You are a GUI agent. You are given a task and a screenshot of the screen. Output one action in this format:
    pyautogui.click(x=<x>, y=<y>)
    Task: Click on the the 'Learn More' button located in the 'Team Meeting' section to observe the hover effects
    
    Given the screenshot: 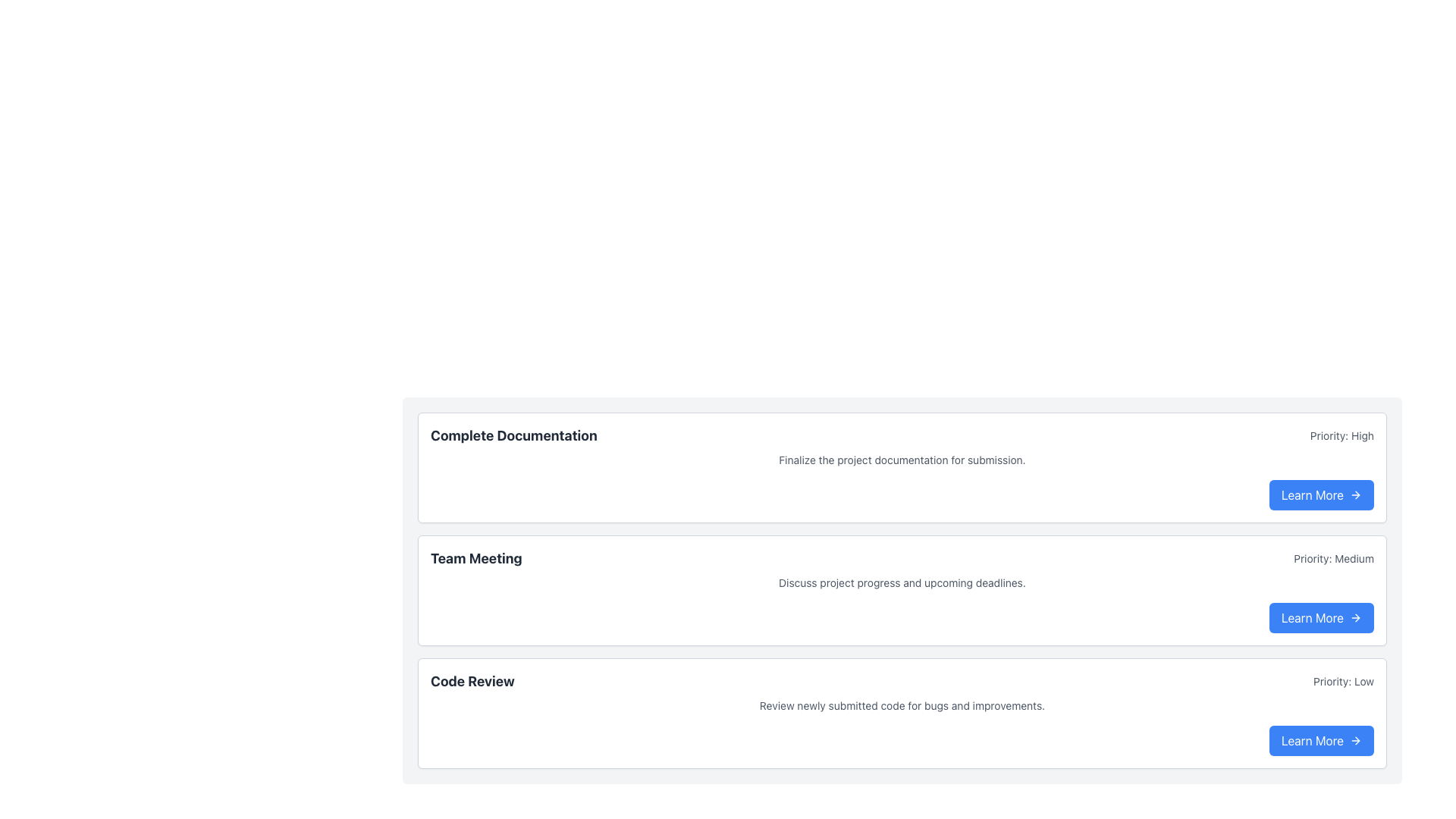 What is the action you would take?
    pyautogui.click(x=1320, y=617)
    